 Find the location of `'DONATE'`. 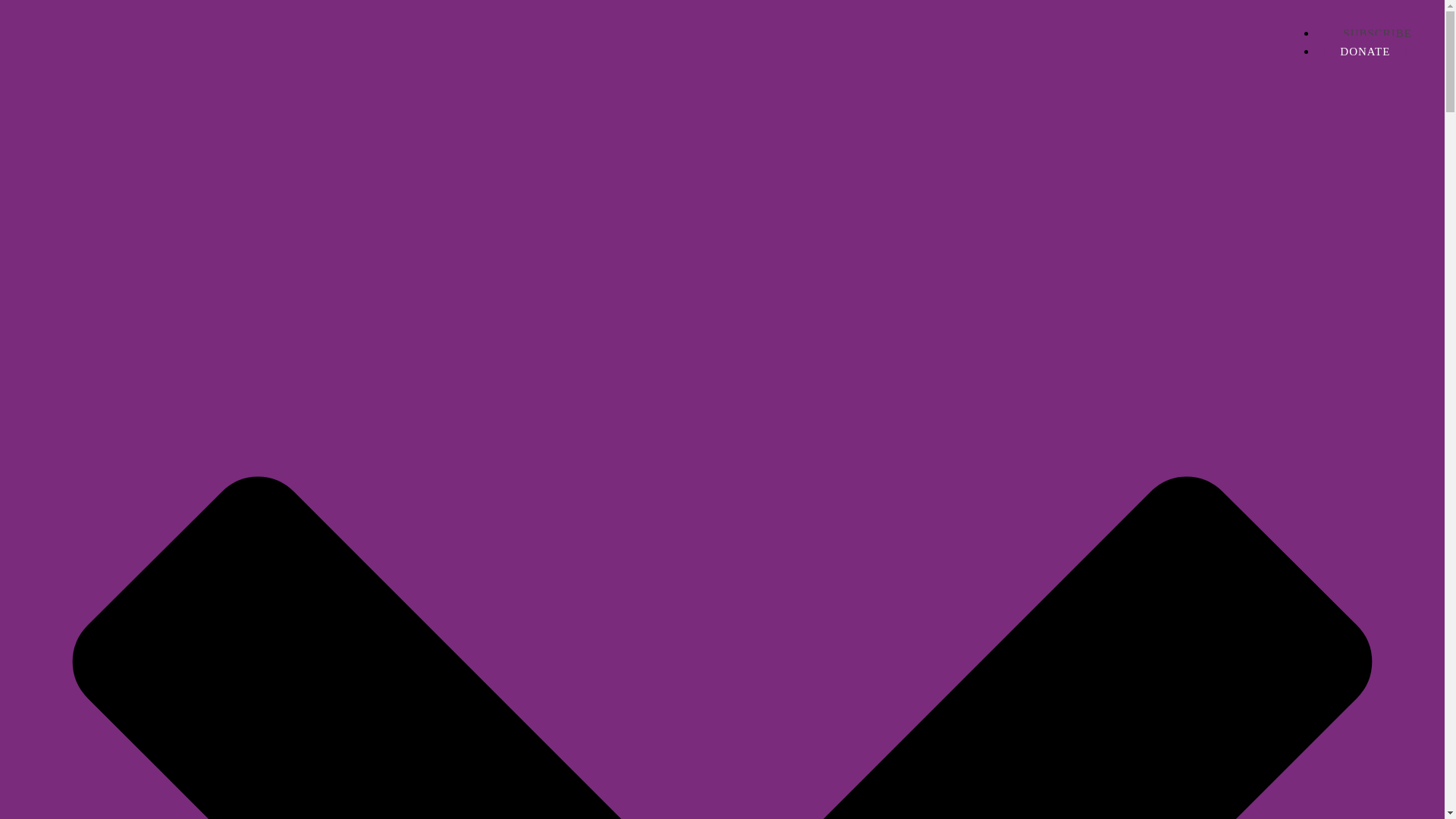

'DONATE' is located at coordinates (1323, 51).